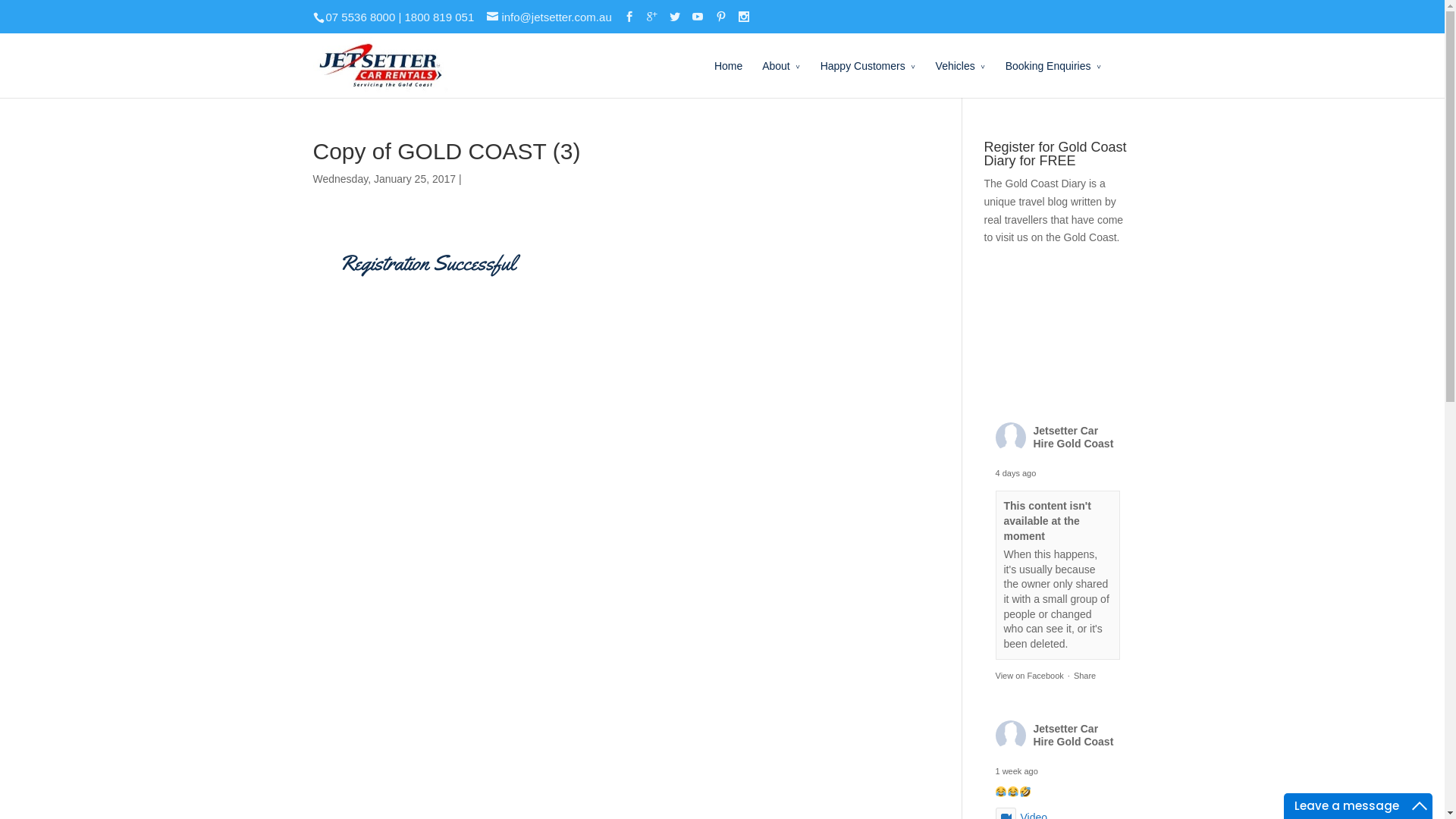 Image resolution: width=1456 pixels, height=819 pixels. I want to click on 'Happy Customers', so click(868, 77).